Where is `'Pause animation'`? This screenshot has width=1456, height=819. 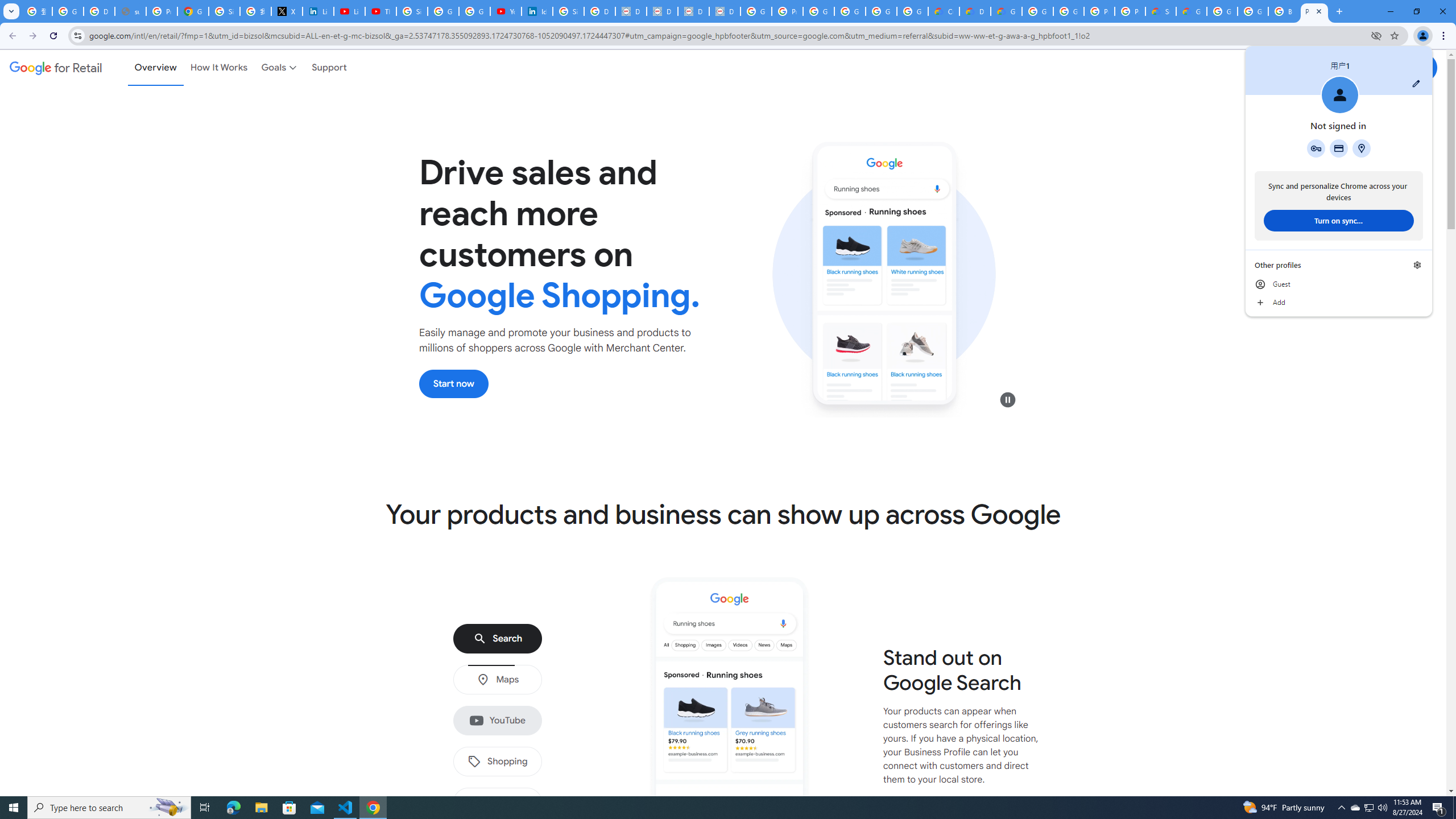 'Pause animation' is located at coordinates (1008, 399).